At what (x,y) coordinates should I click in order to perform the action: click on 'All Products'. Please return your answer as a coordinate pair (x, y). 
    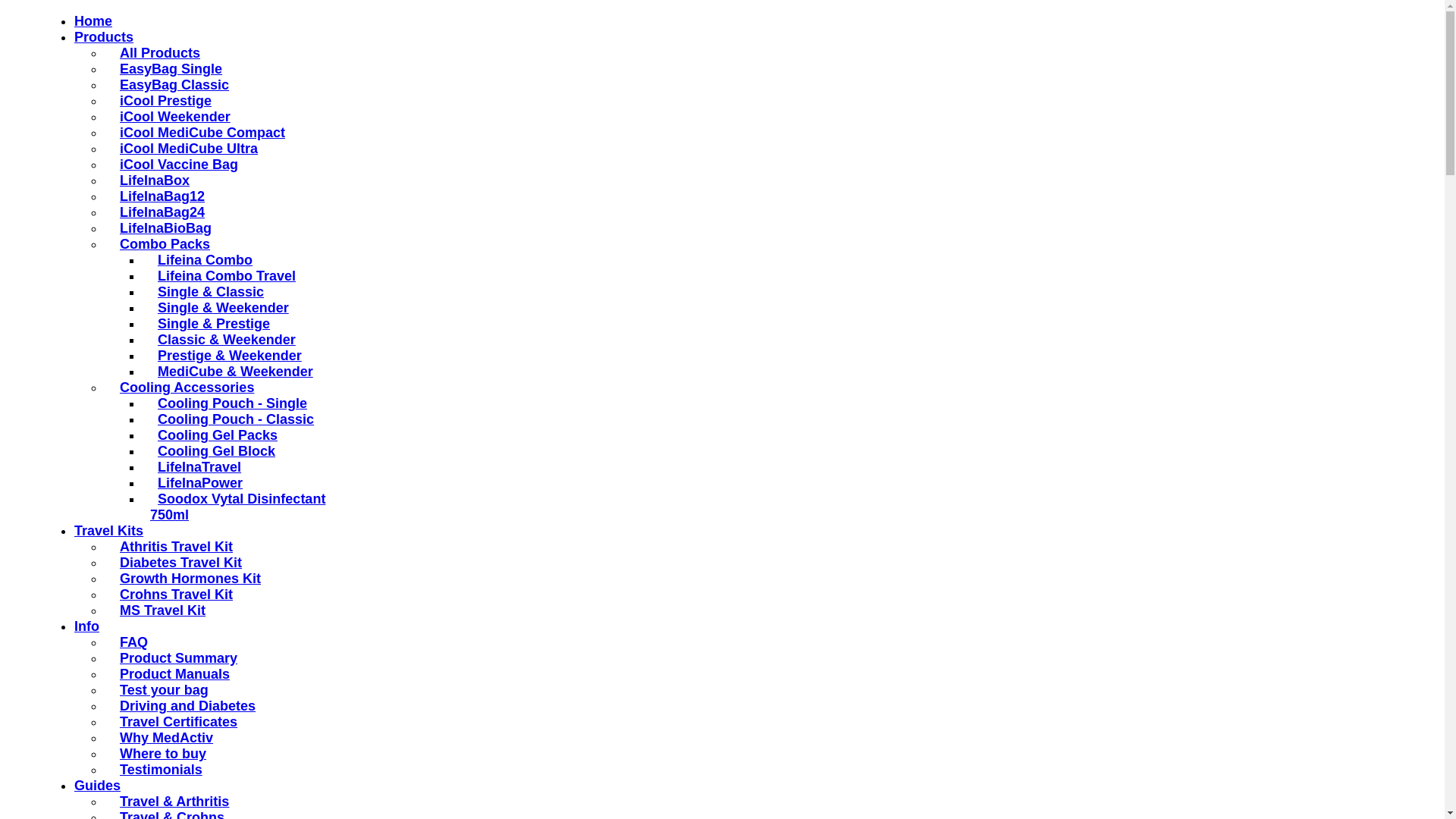
    Looking at the image, I should click on (156, 52).